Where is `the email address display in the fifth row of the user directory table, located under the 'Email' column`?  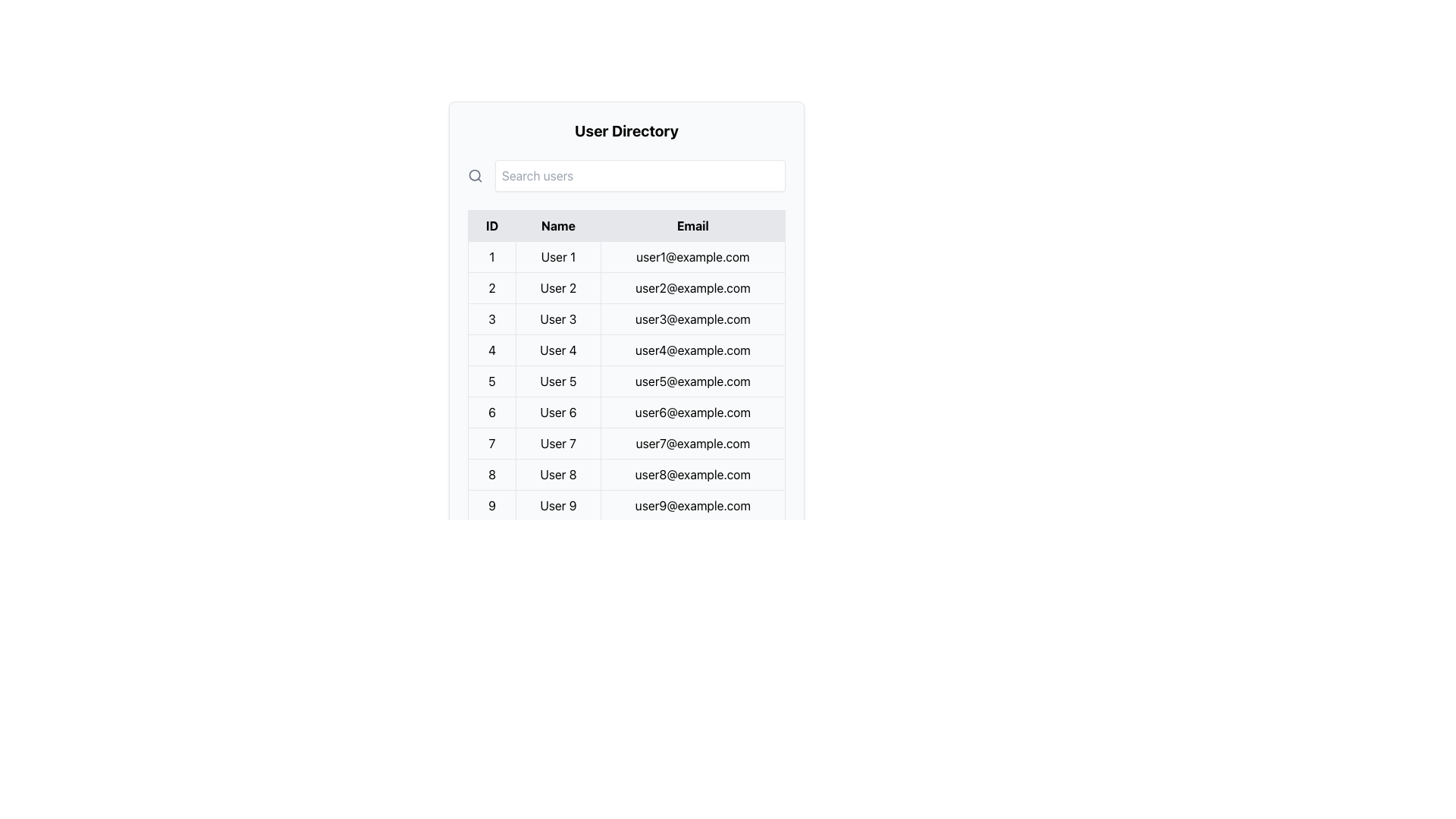 the email address display in the fifth row of the user directory table, located under the 'Email' column is located at coordinates (692, 380).